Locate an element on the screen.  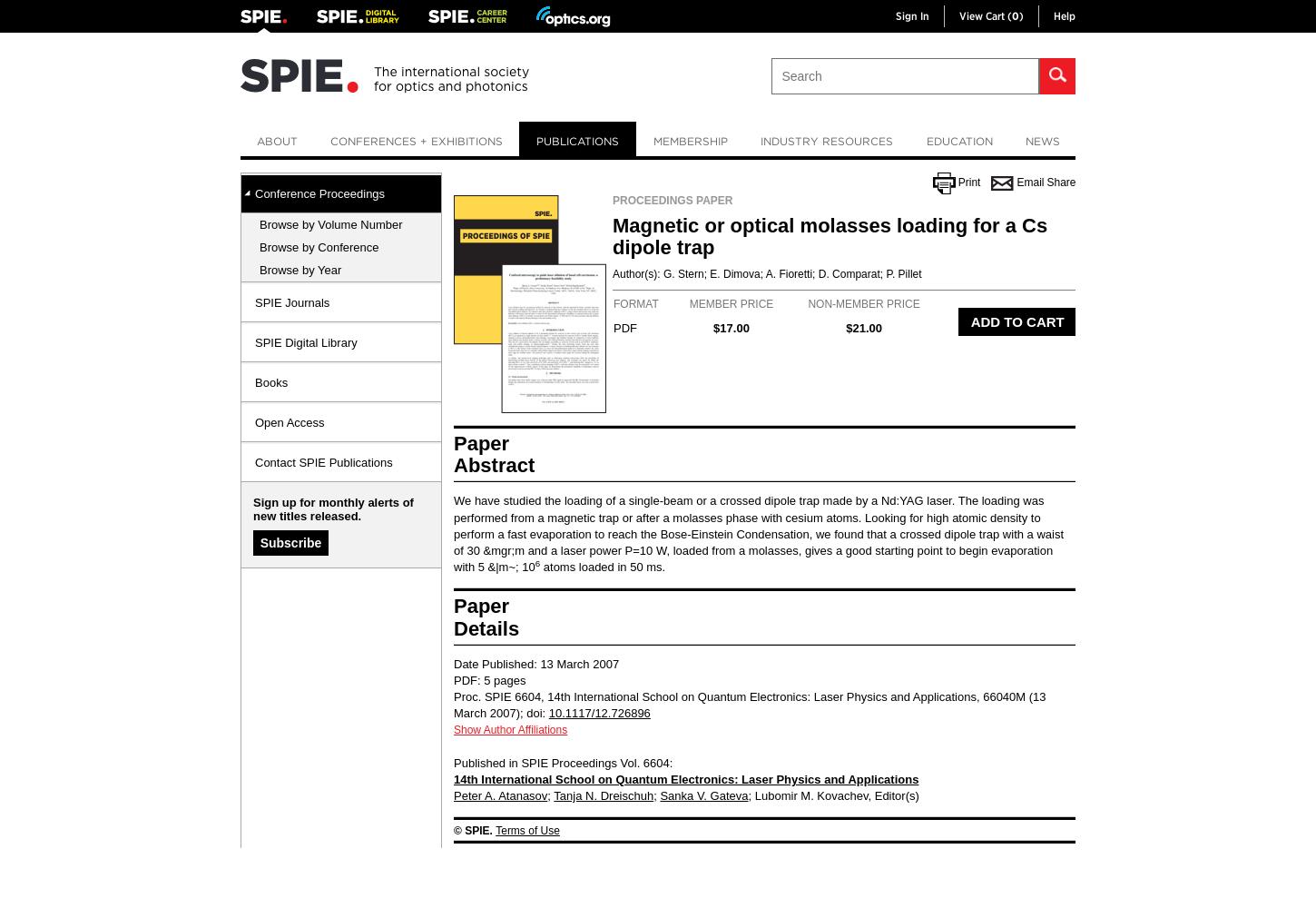
'atoms loaded in 50 ms.' is located at coordinates (601, 566).